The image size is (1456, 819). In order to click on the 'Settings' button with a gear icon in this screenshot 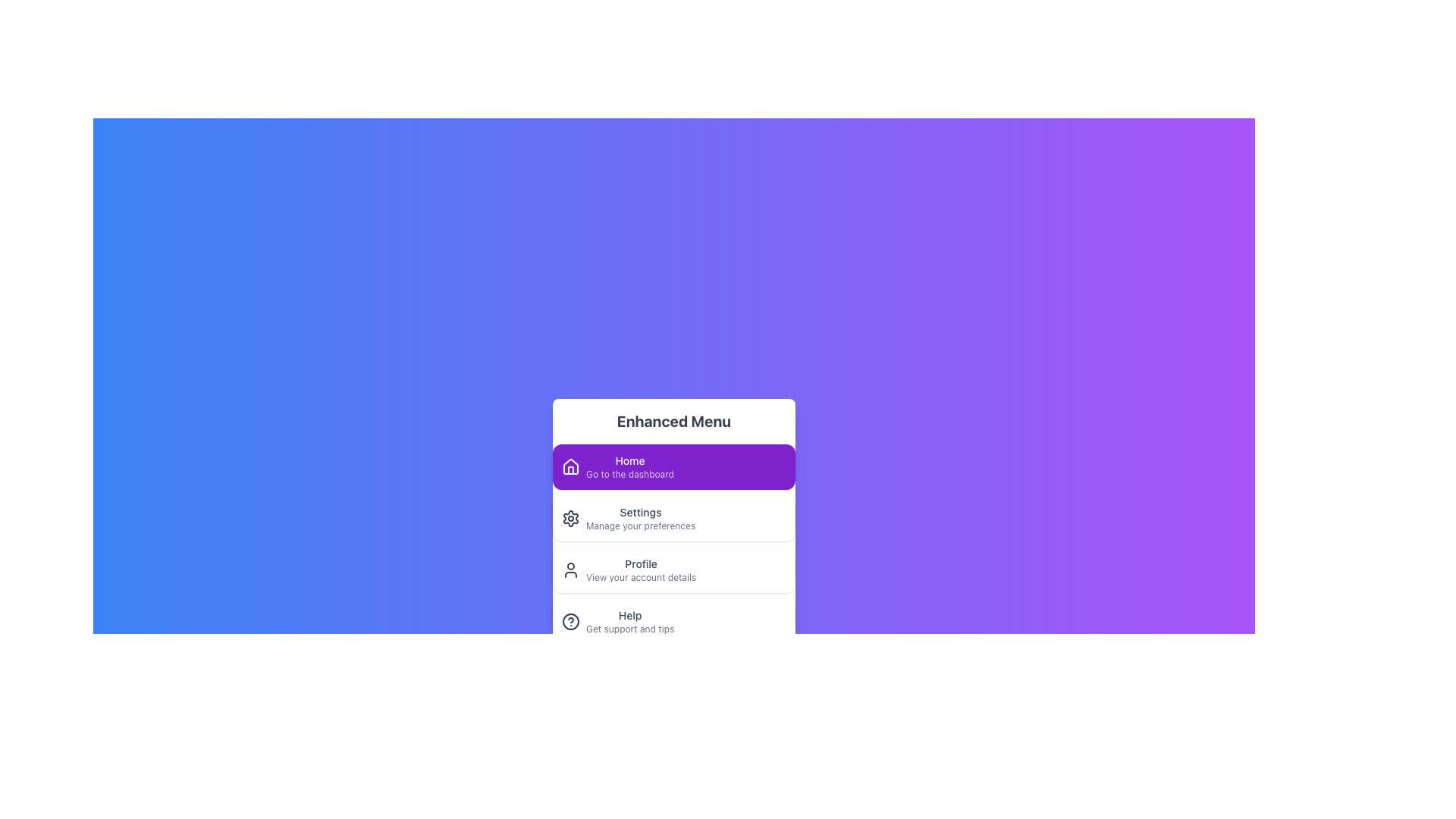, I will do `click(673, 517)`.